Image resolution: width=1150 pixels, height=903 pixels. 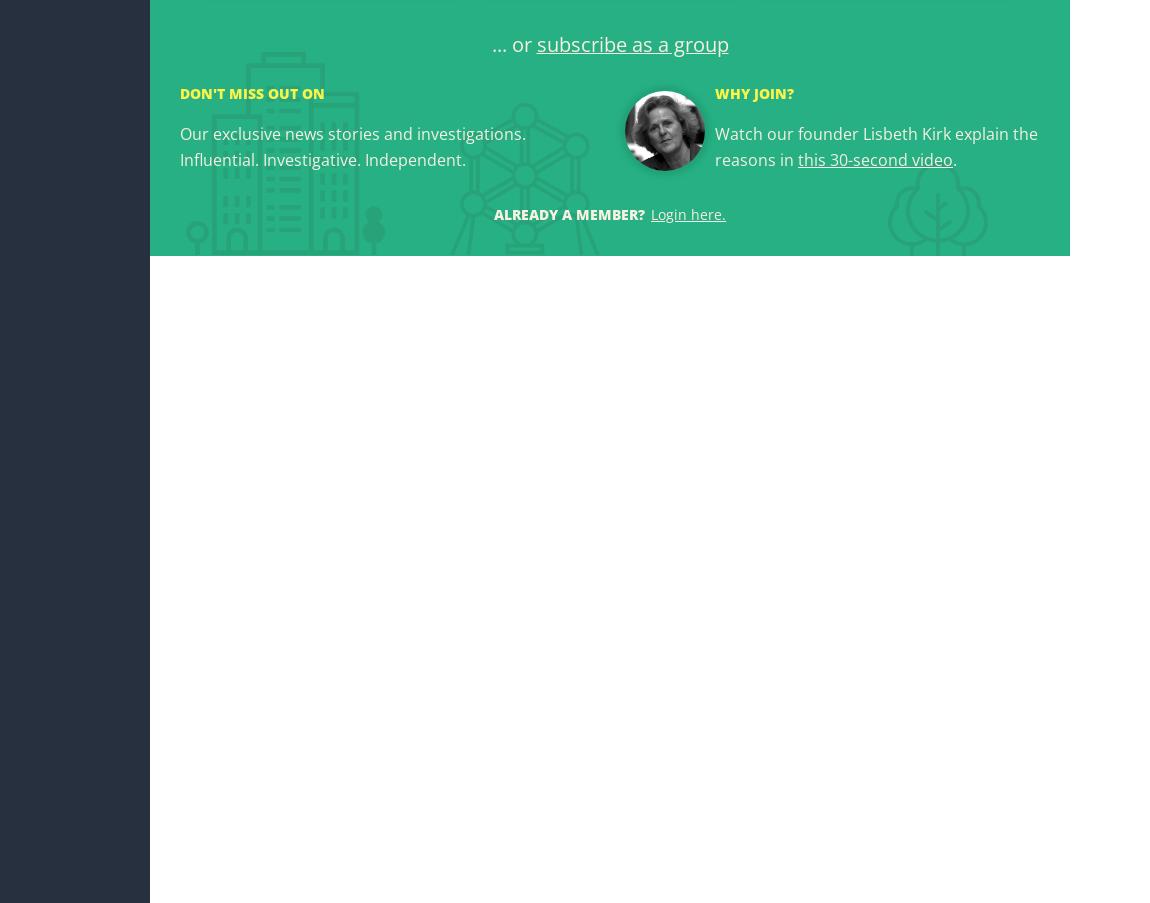 I want to click on 'Putin should be enrolled in efforts to stabilise Libya, Syria and Iraq – ending his Ukraine-related international isolation – provided the ceasefire is fully respected, Renzi has said.', so click(x=488, y=590).